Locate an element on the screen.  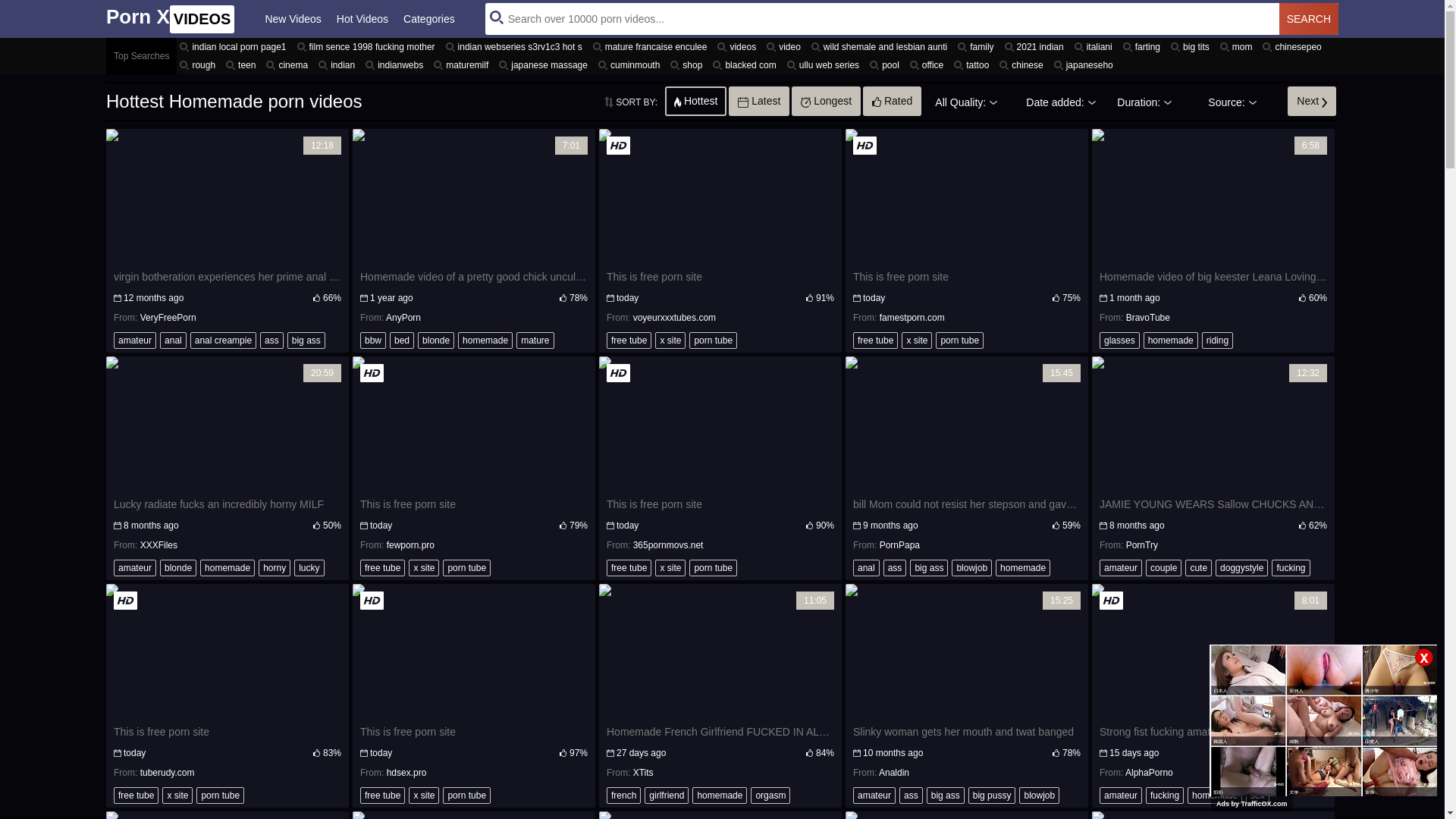
'Latest' is located at coordinates (759, 100).